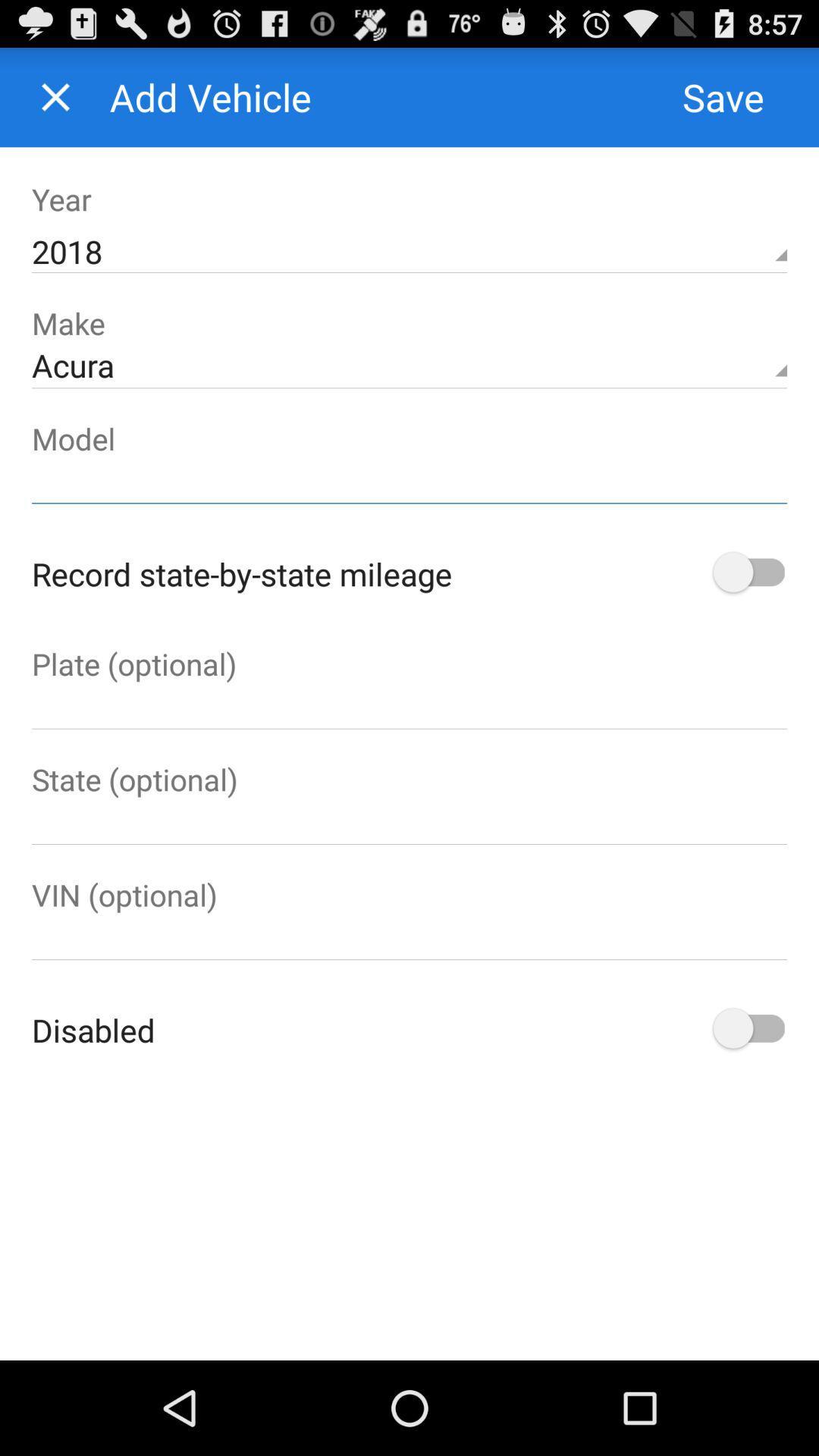  What do you see at coordinates (55, 96) in the screenshot?
I see `add vehicle` at bounding box center [55, 96].